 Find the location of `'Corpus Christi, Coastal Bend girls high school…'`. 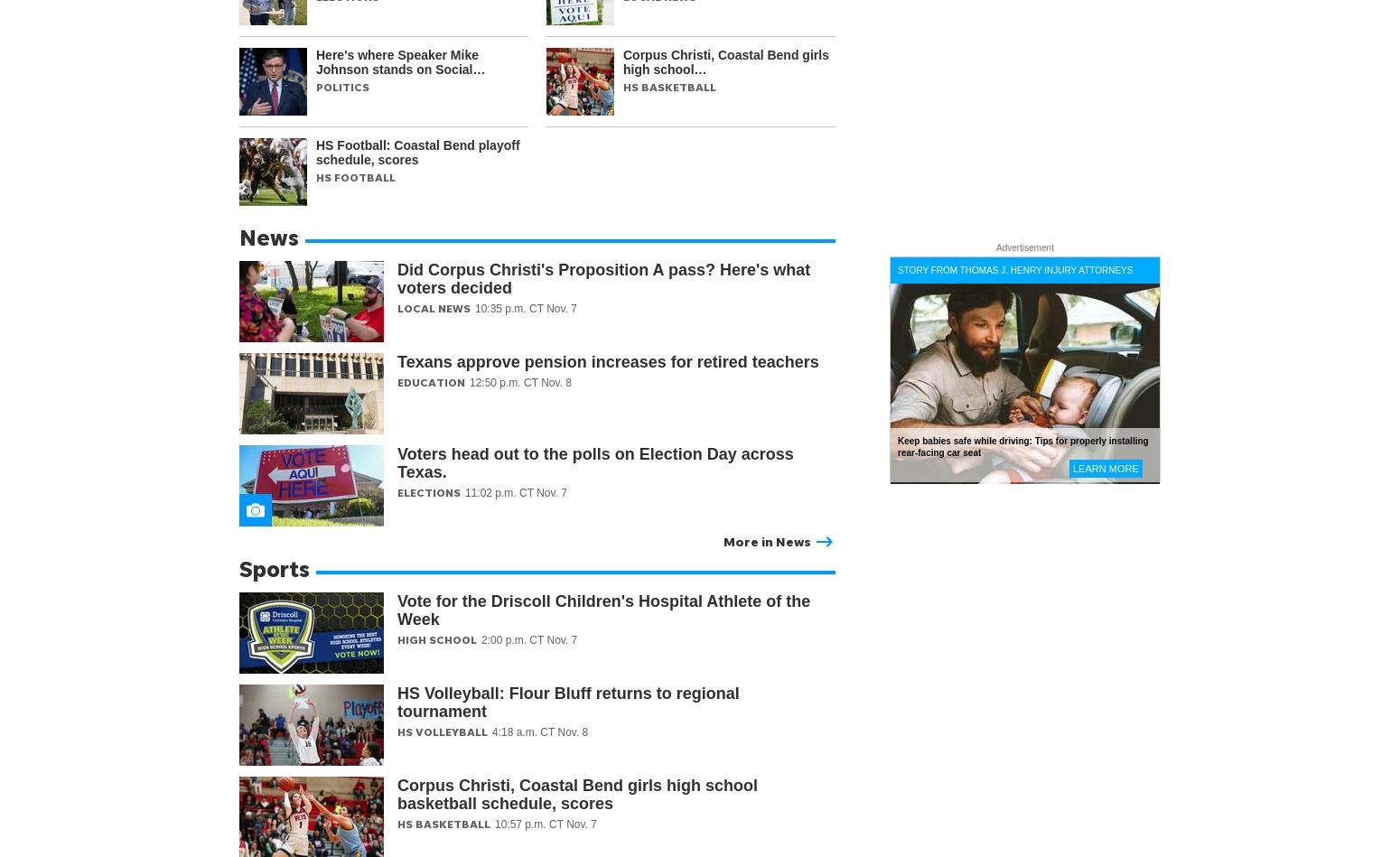

'Corpus Christi, Coastal Bend girls high school…' is located at coordinates (724, 61).